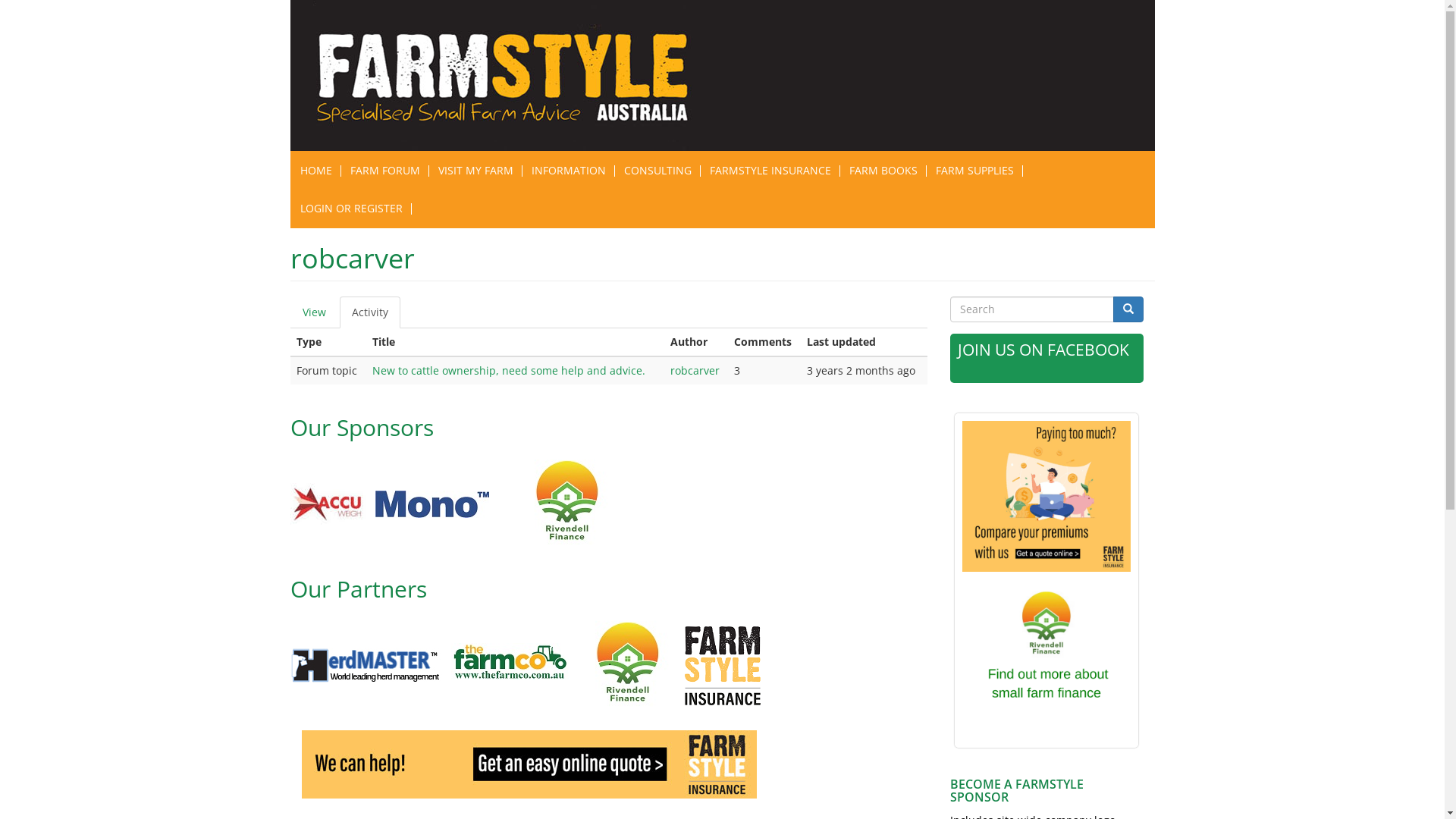  I want to click on 'Home', so click(512, 75).